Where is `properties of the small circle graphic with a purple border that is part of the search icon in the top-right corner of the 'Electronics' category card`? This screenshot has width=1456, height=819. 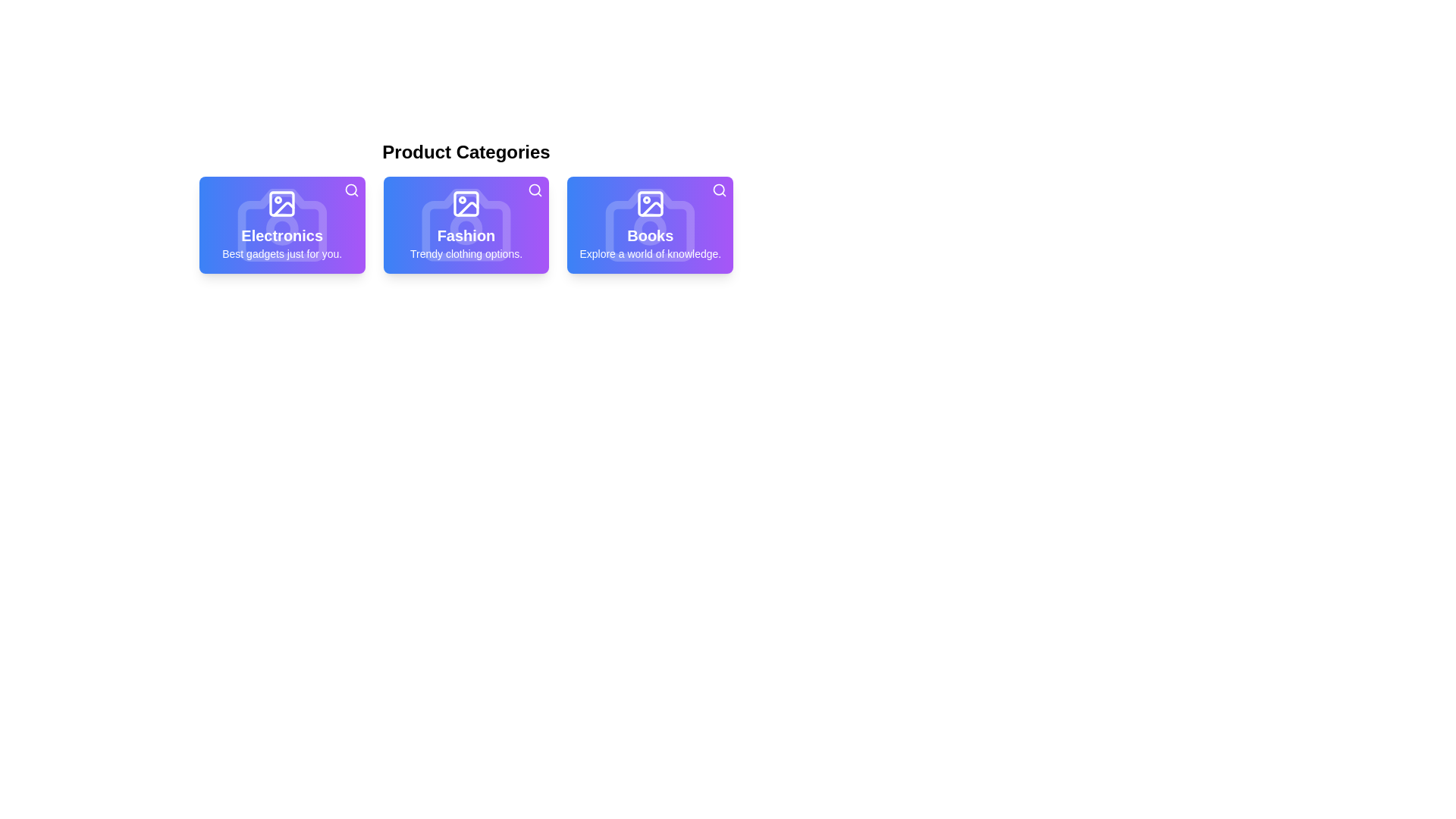
properties of the small circle graphic with a purple border that is part of the search icon in the top-right corner of the 'Electronics' category card is located at coordinates (350, 189).